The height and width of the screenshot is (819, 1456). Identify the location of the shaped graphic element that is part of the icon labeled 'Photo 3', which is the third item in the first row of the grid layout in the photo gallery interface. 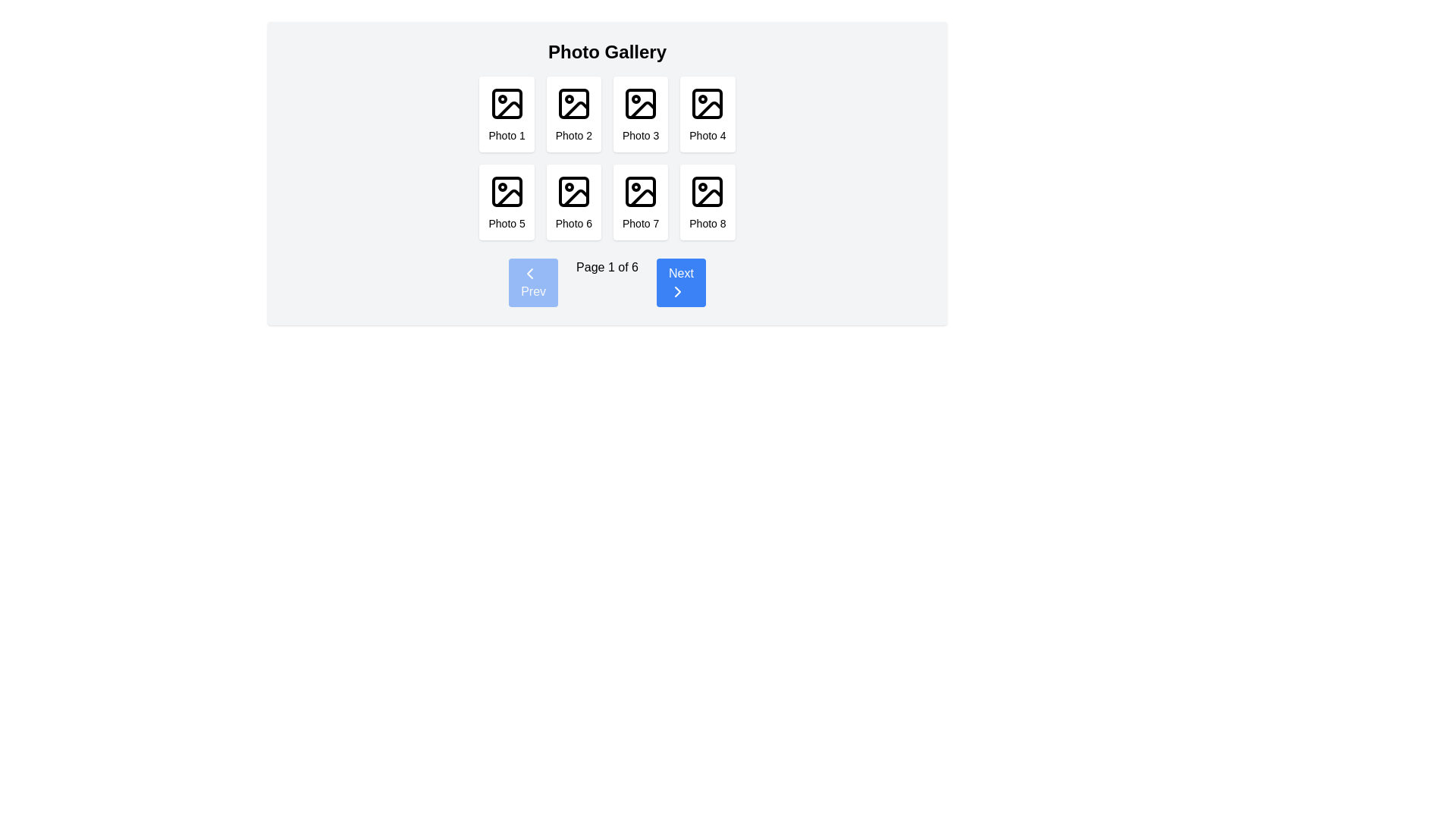
(641, 103).